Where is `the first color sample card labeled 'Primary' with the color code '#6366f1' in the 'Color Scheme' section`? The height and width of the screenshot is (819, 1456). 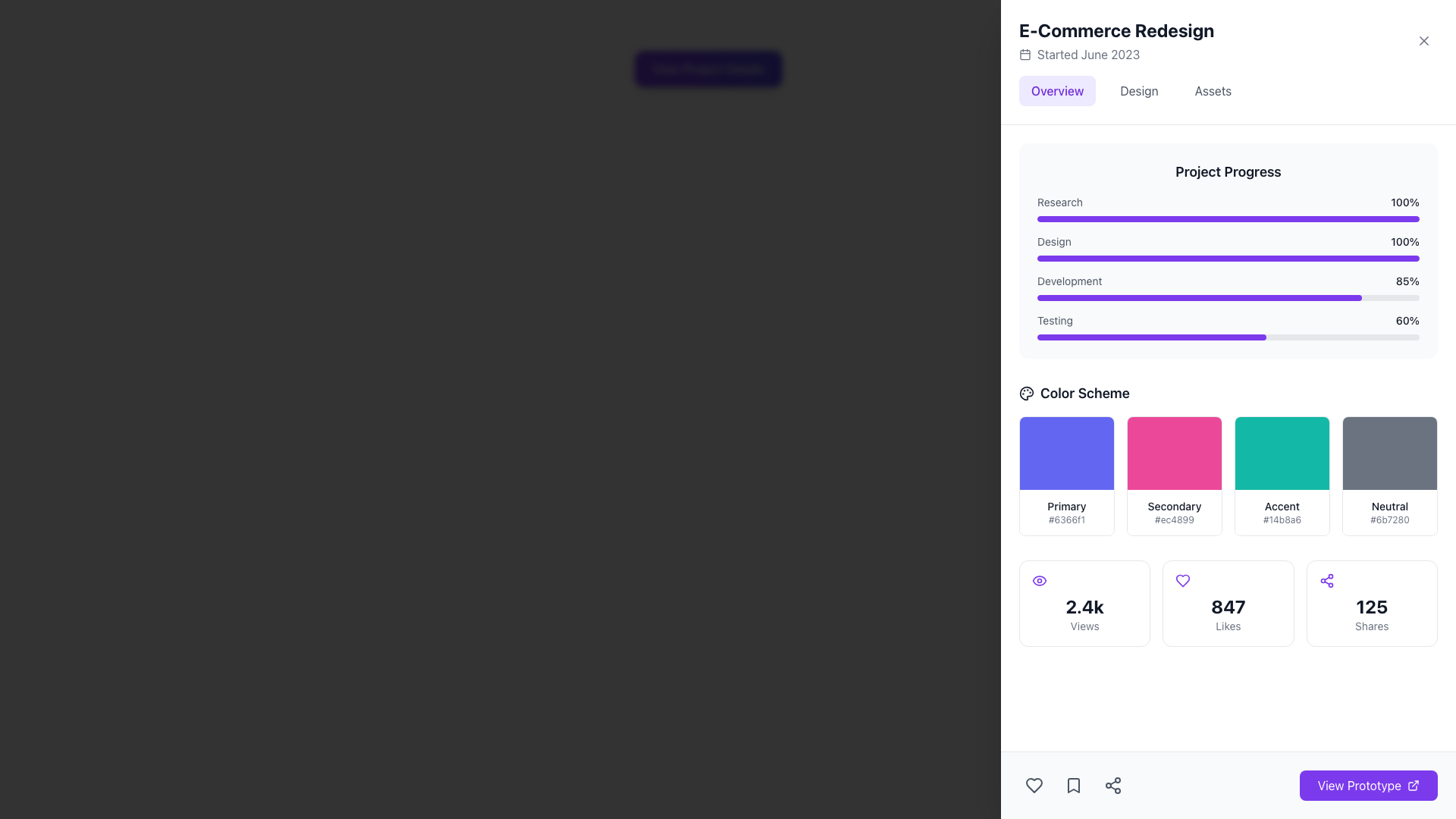 the first color sample card labeled 'Primary' with the color code '#6366f1' in the 'Color Scheme' section is located at coordinates (1065, 475).